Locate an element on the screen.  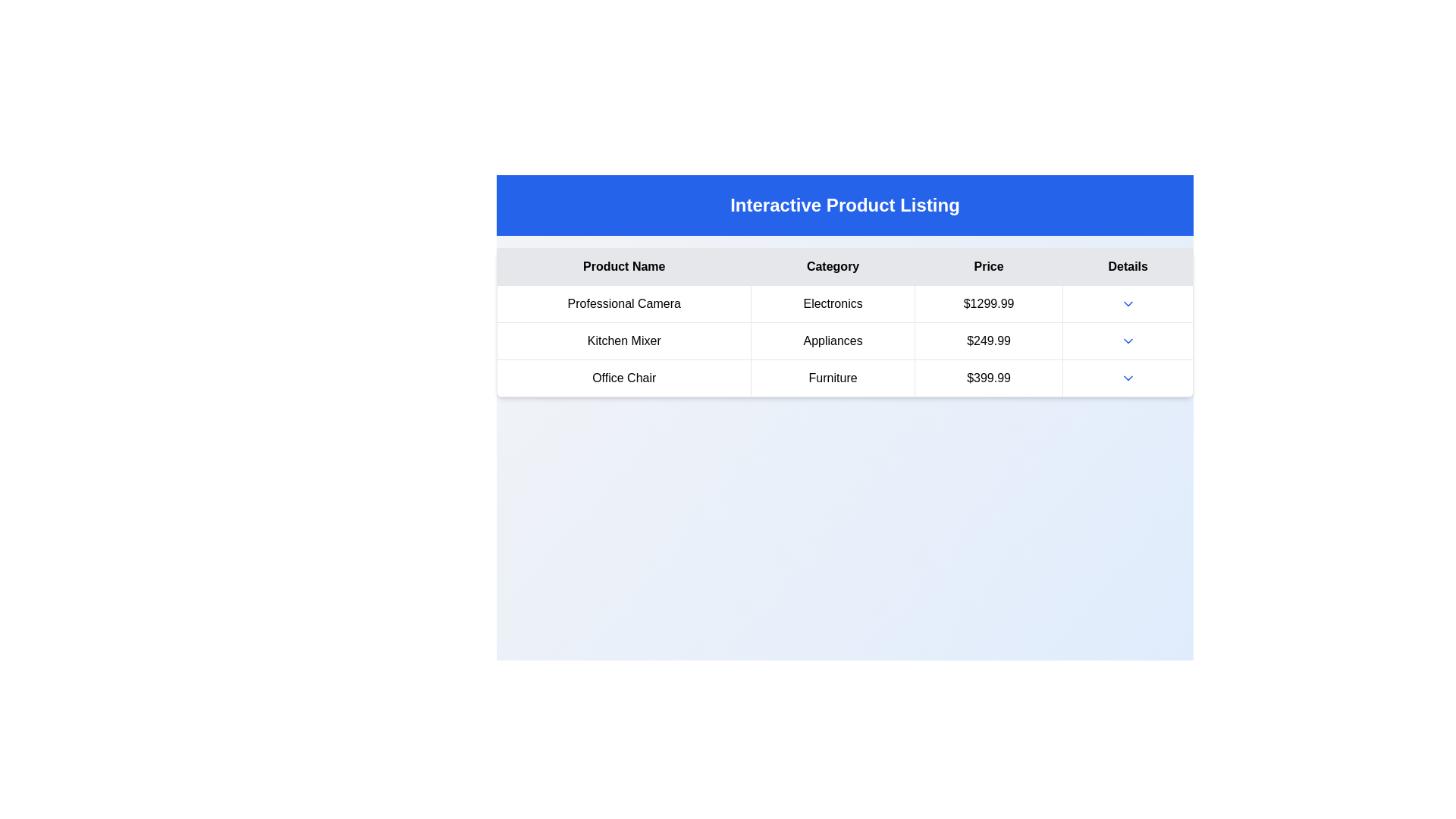
the 'Category' label in the table header, which is the second column header with bold black text on a light grey background is located at coordinates (832, 265).